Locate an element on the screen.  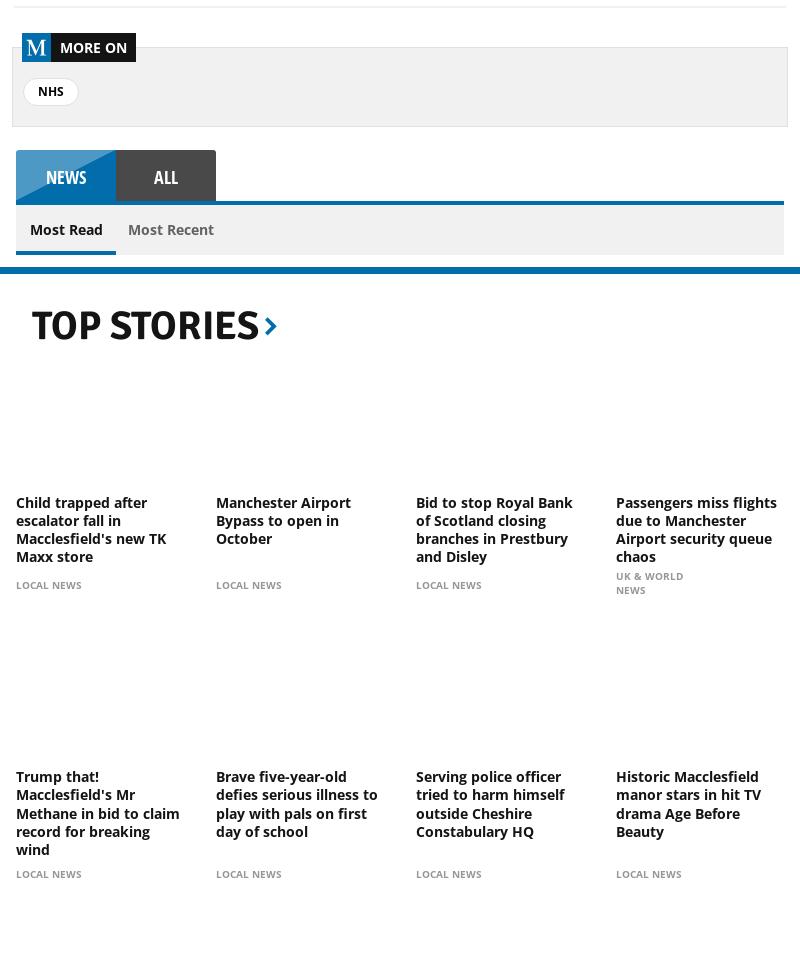
'Bid to stop Royal Bank of Scotland closing branches in Prestbury and Disley' is located at coordinates (494, 528).